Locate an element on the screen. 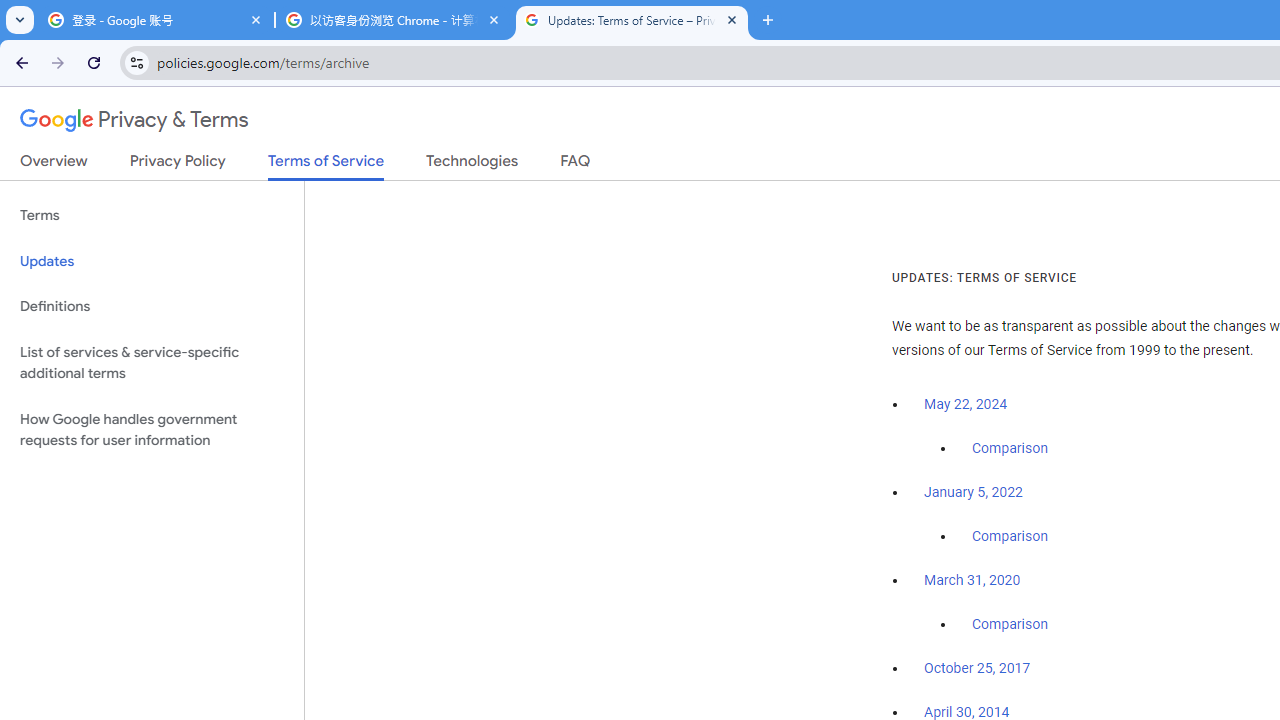 This screenshot has width=1280, height=720. 'List of services & service-specific additional terms' is located at coordinates (151, 362).